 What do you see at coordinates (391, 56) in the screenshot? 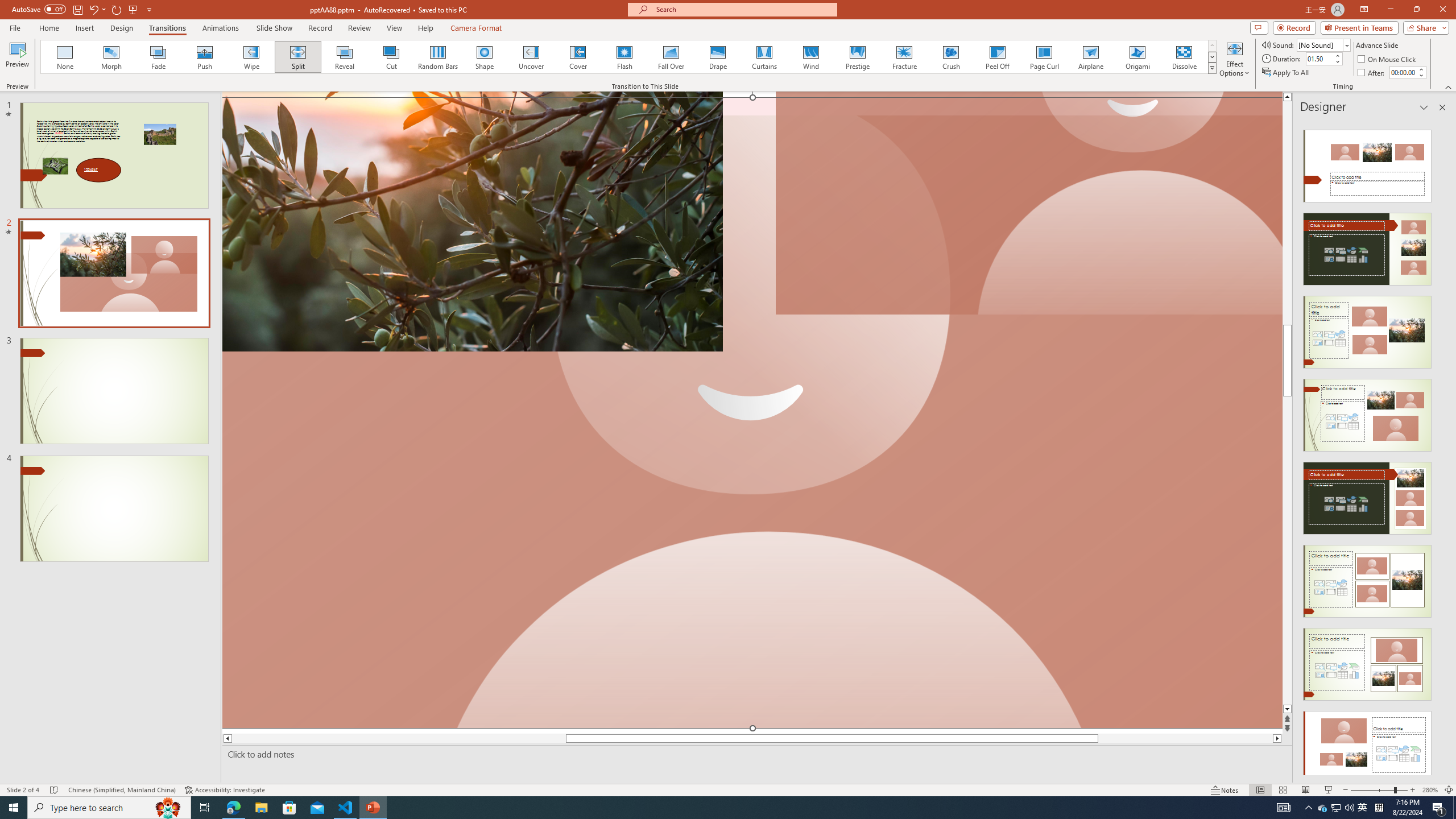
I see `'Cut'` at bounding box center [391, 56].